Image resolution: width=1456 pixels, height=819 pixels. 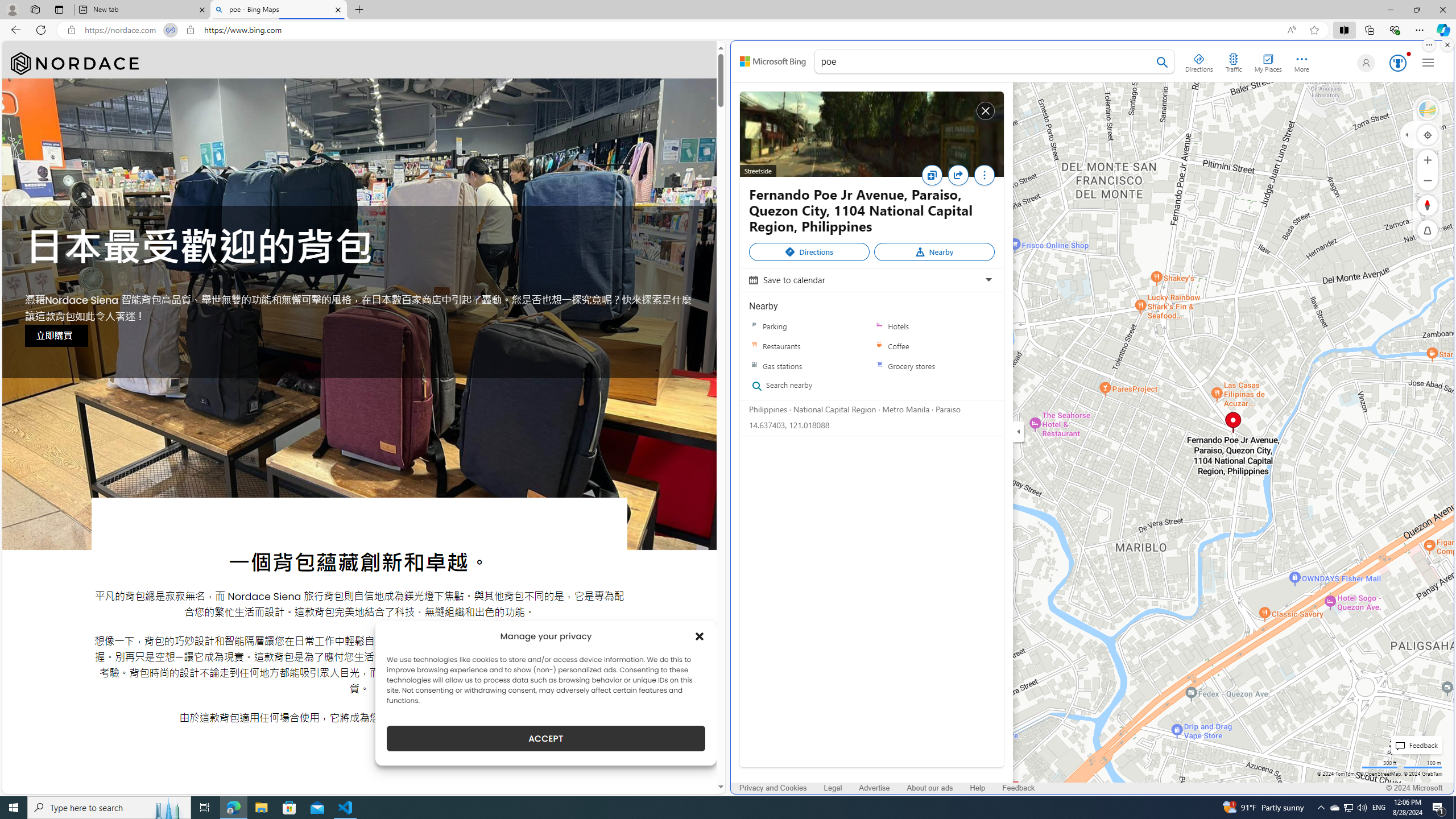 I want to click on 'Gas stations', so click(x=809, y=366).